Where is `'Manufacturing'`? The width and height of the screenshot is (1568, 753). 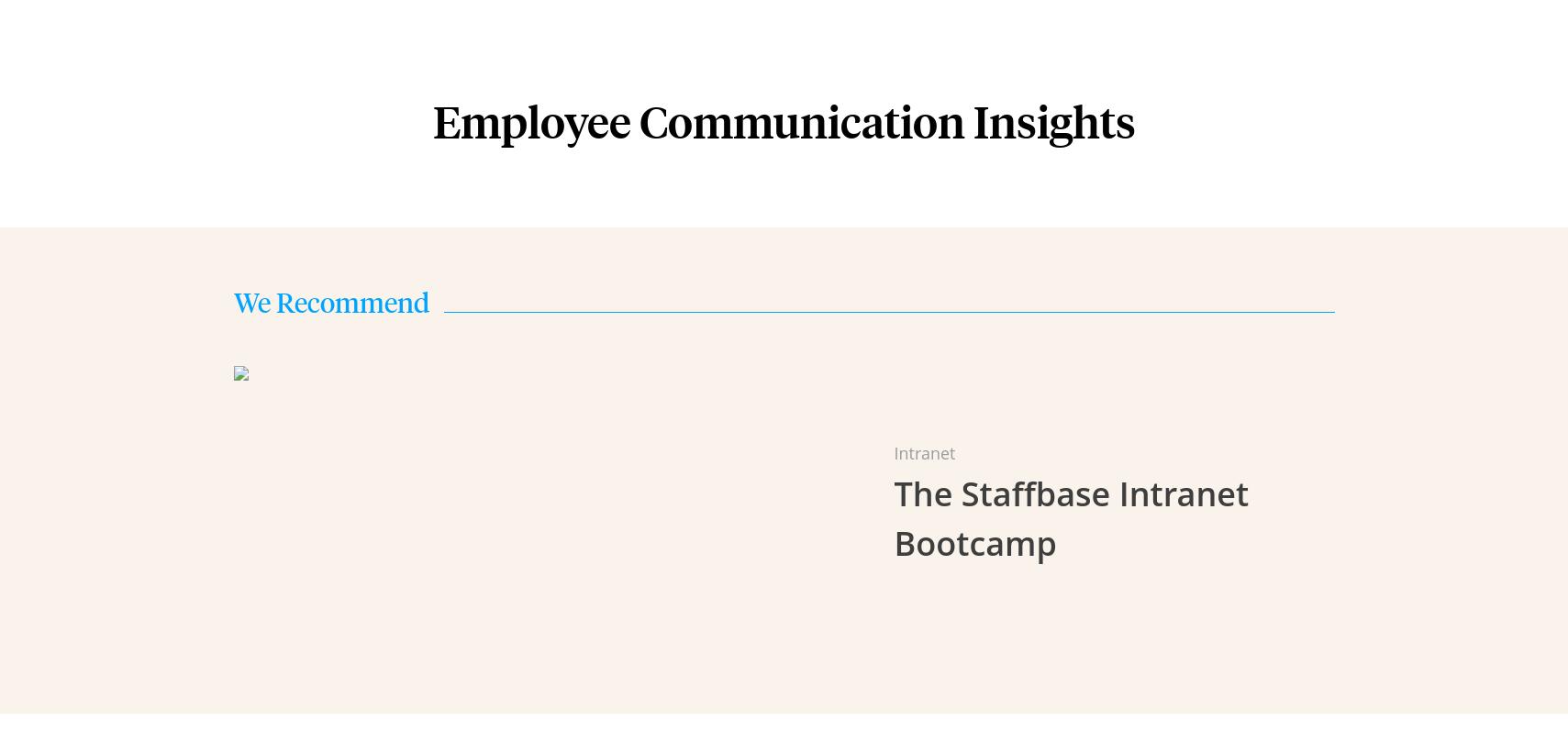
'Manufacturing' is located at coordinates (749, 121).